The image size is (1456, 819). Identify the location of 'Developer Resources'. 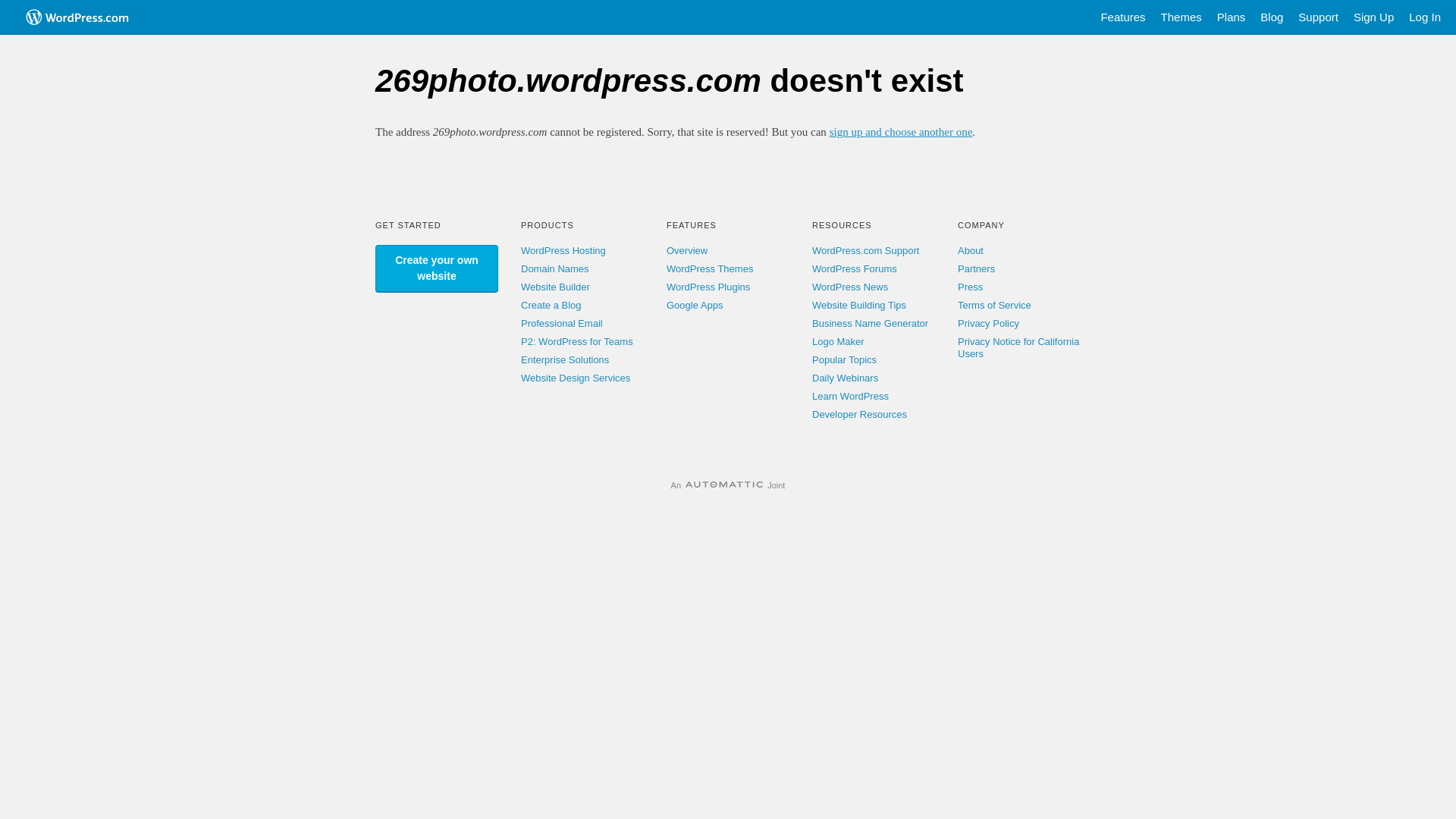
(859, 414).